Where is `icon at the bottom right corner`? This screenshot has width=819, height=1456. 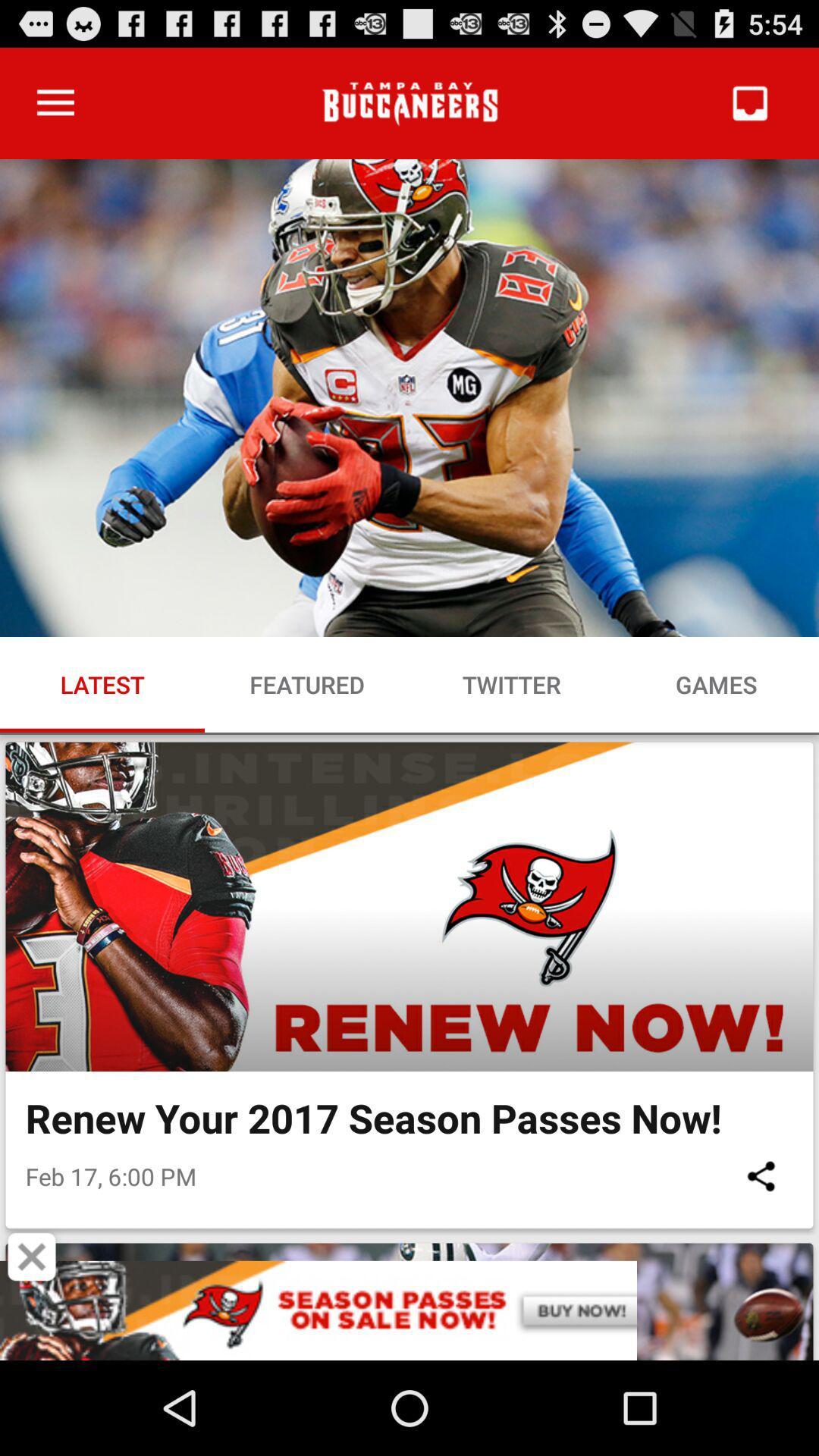 icon at the bottom right corner is located at coordinates (761, 1175).